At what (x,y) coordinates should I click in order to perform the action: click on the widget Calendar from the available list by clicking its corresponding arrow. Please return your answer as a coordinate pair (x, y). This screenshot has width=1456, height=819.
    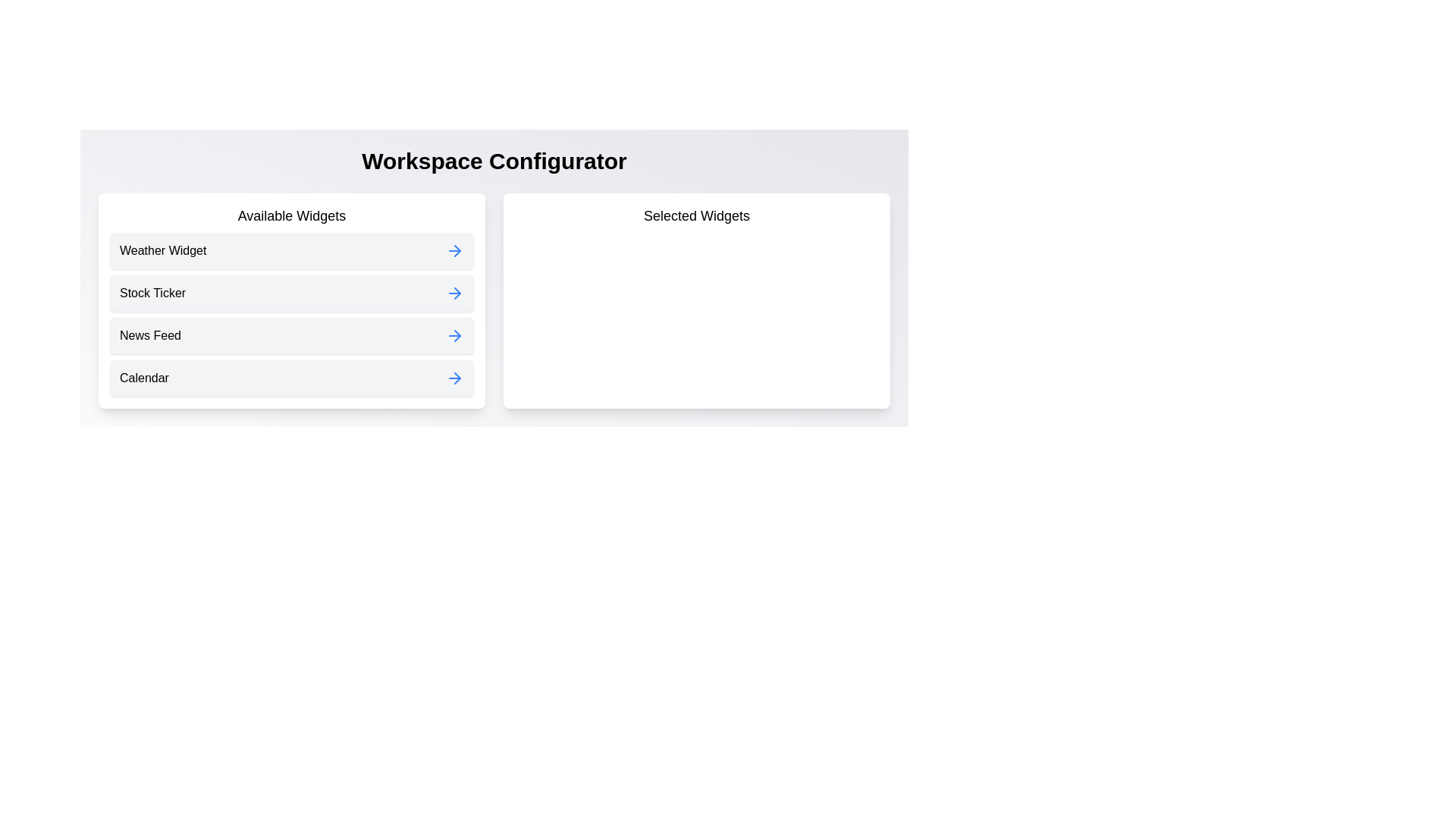
    Looking at the image, I should click on (454, 377).